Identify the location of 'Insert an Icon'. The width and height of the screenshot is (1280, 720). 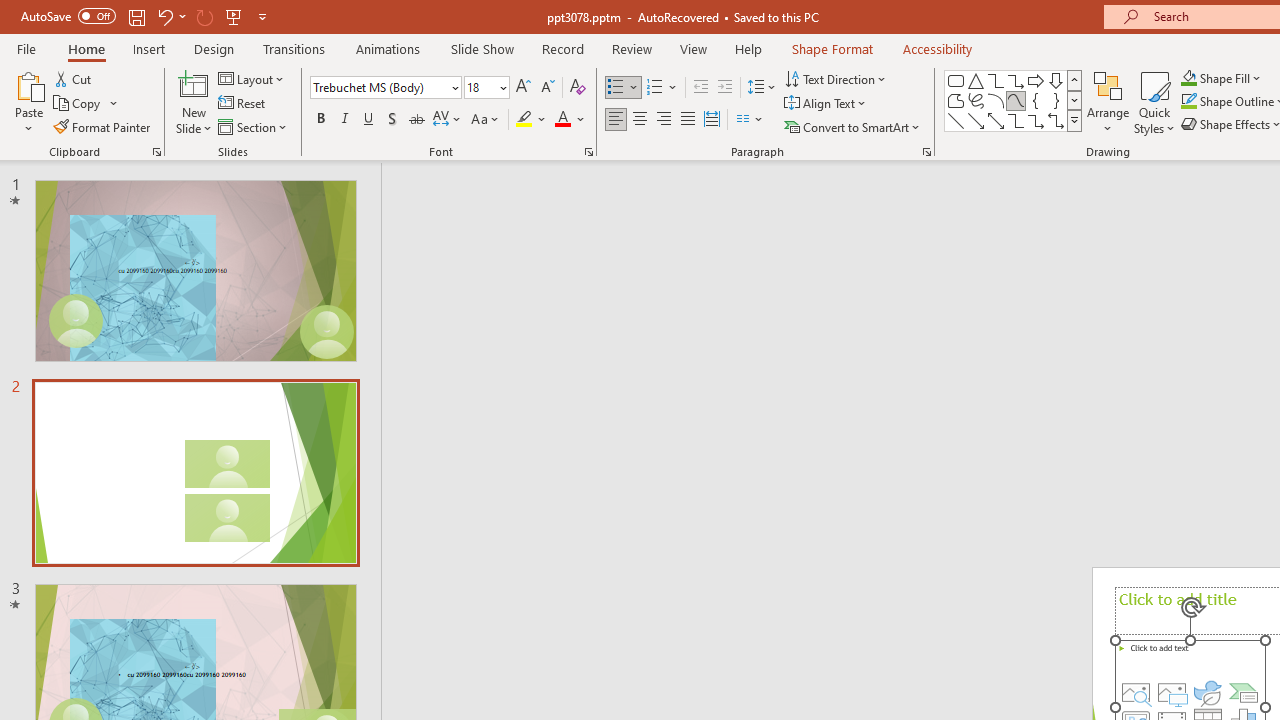
(1206, 692).